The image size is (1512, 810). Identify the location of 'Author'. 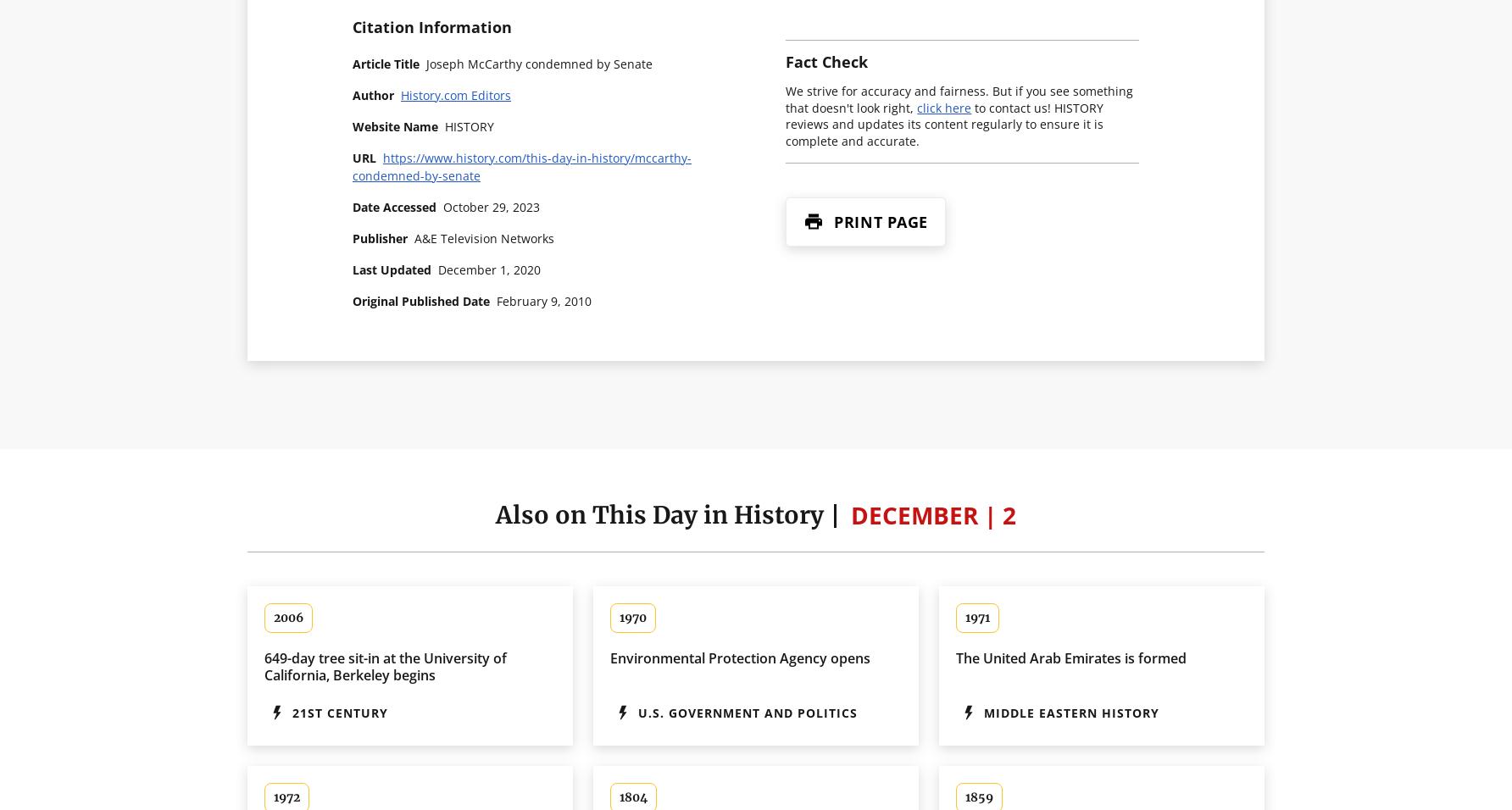
(372, 94).